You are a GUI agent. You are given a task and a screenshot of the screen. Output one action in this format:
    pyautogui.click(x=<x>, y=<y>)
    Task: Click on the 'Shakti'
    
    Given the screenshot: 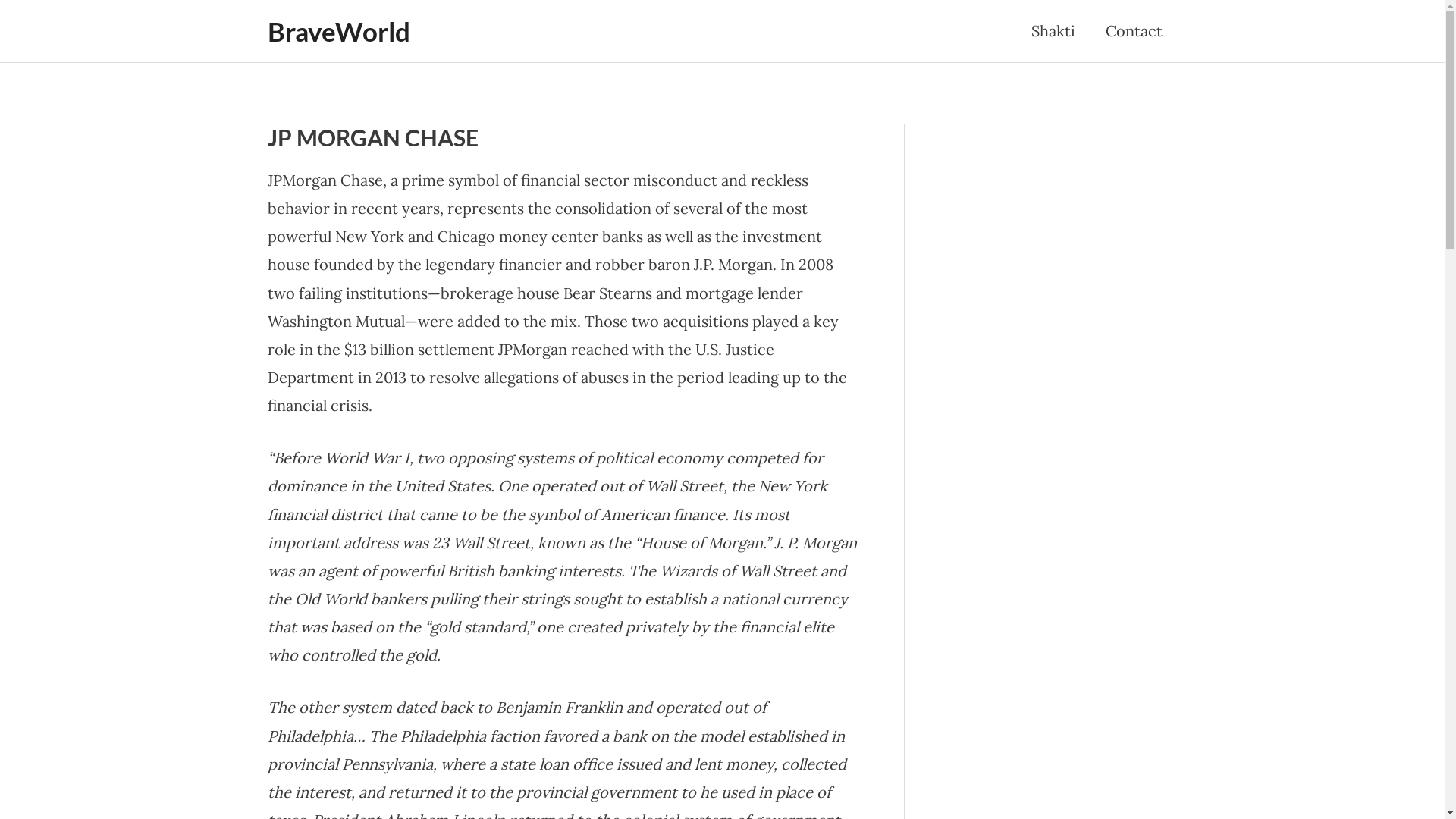 What is the action you would take?
    pyautogui.click(x=1052, y=31)
    